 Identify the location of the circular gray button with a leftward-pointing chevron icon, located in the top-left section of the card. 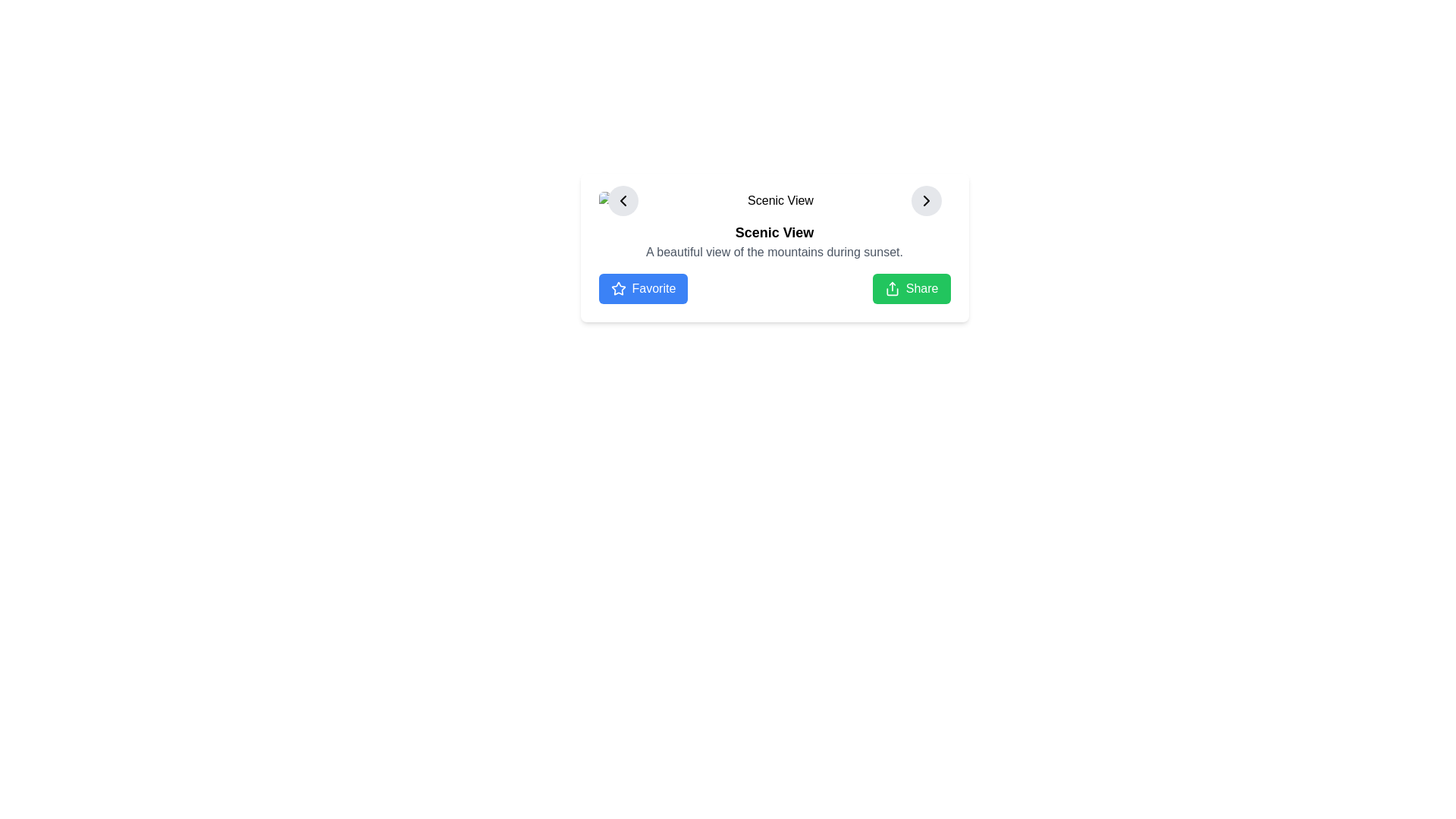
(623, 200).